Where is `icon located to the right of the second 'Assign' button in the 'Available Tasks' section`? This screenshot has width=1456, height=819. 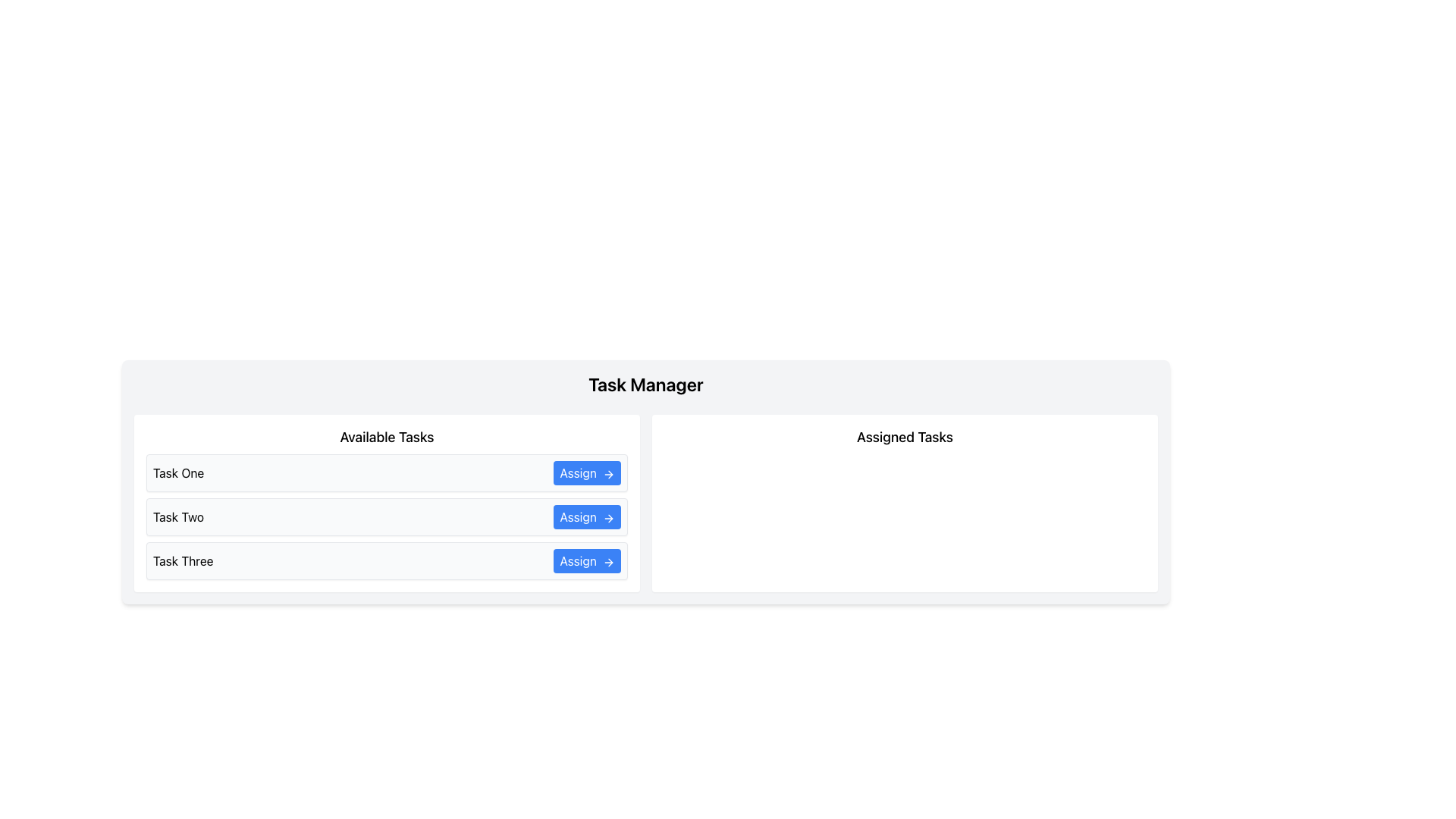
icon located to the right of the second 'Assign' button in the 'Available Tasks' section is located at coordinates (610, 517).